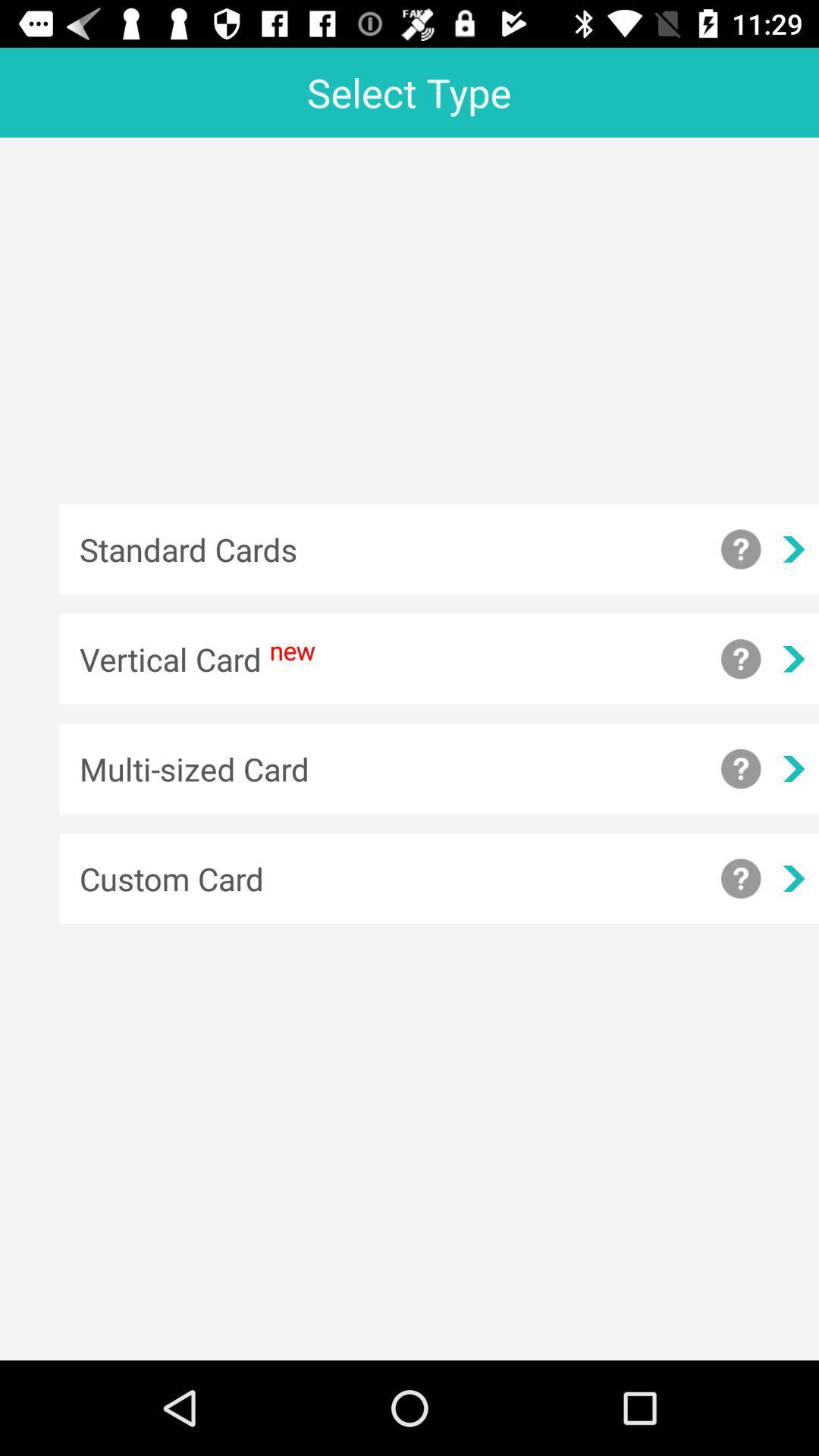 The width and height of the screenshot is (819, 1456). I want to click on help with standard cards, so click(740, 548).